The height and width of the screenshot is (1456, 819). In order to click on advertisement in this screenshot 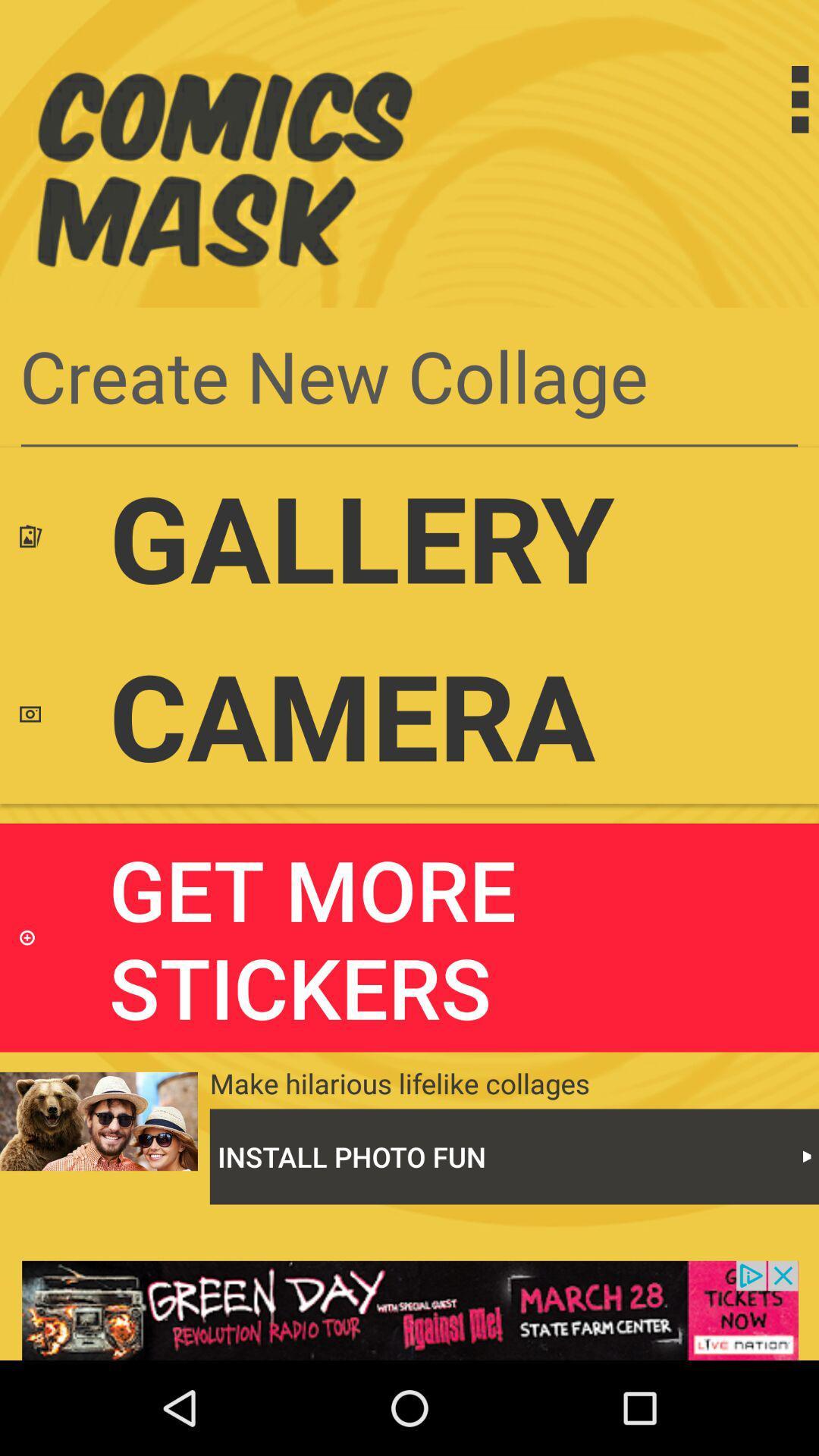, I will do `click(409, 1310)`.